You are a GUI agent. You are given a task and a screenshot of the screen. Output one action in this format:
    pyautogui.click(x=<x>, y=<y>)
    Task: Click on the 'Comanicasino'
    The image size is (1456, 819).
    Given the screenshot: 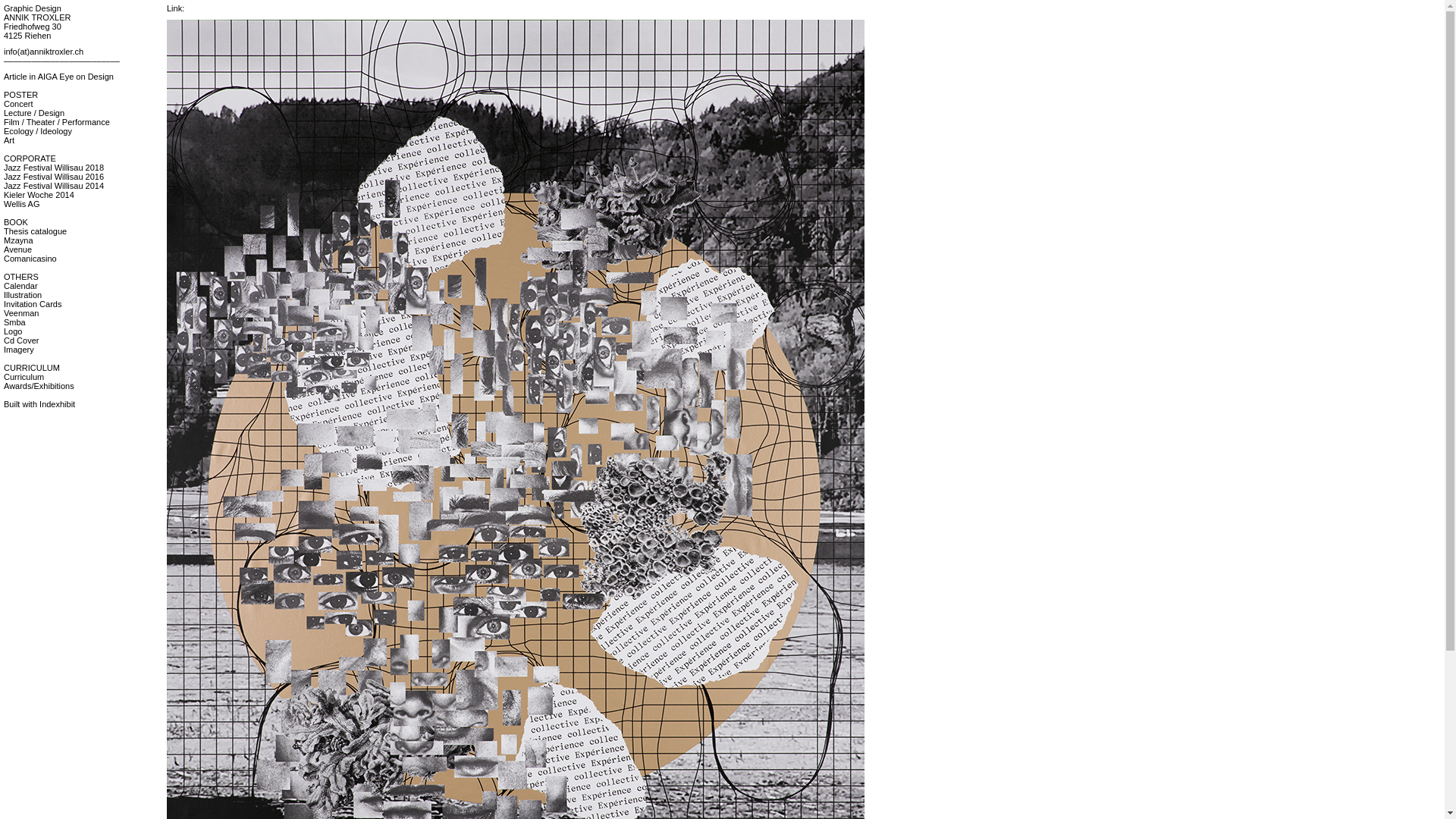 What is the action you would take?
    pyautogui.click(x=30, y=257)
    